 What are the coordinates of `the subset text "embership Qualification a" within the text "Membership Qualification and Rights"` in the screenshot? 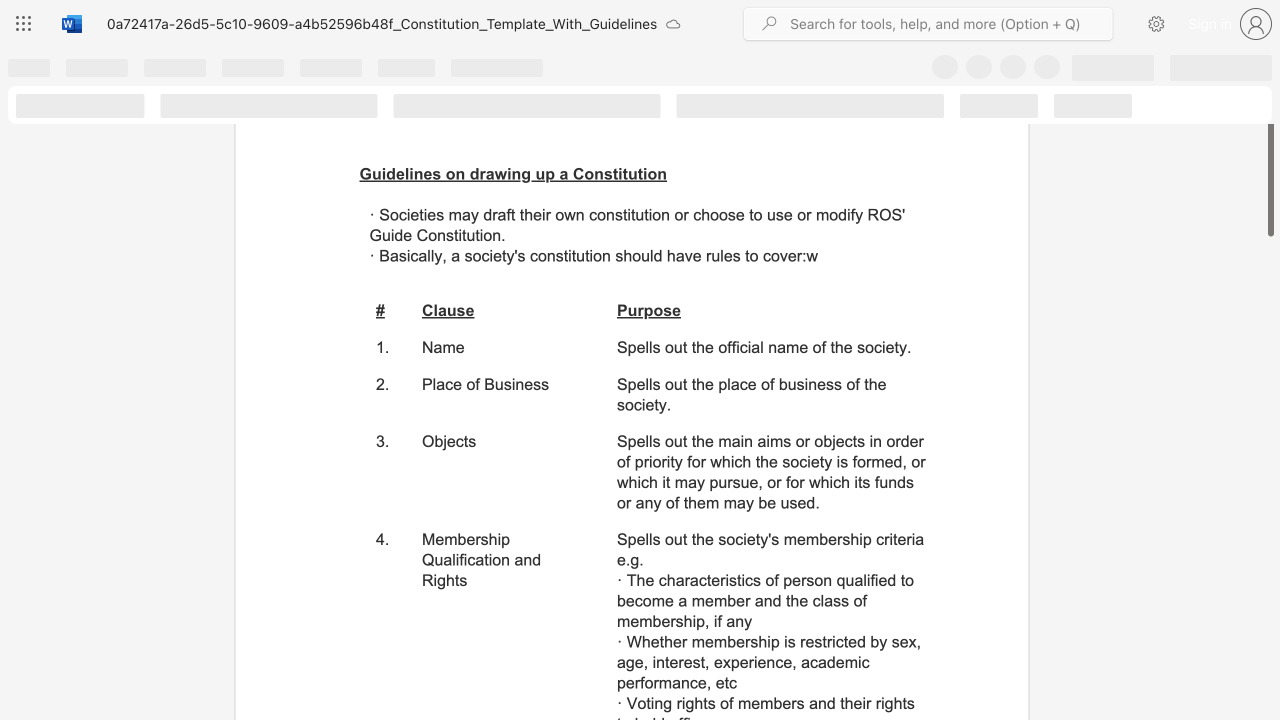 It's located at (434, 538).